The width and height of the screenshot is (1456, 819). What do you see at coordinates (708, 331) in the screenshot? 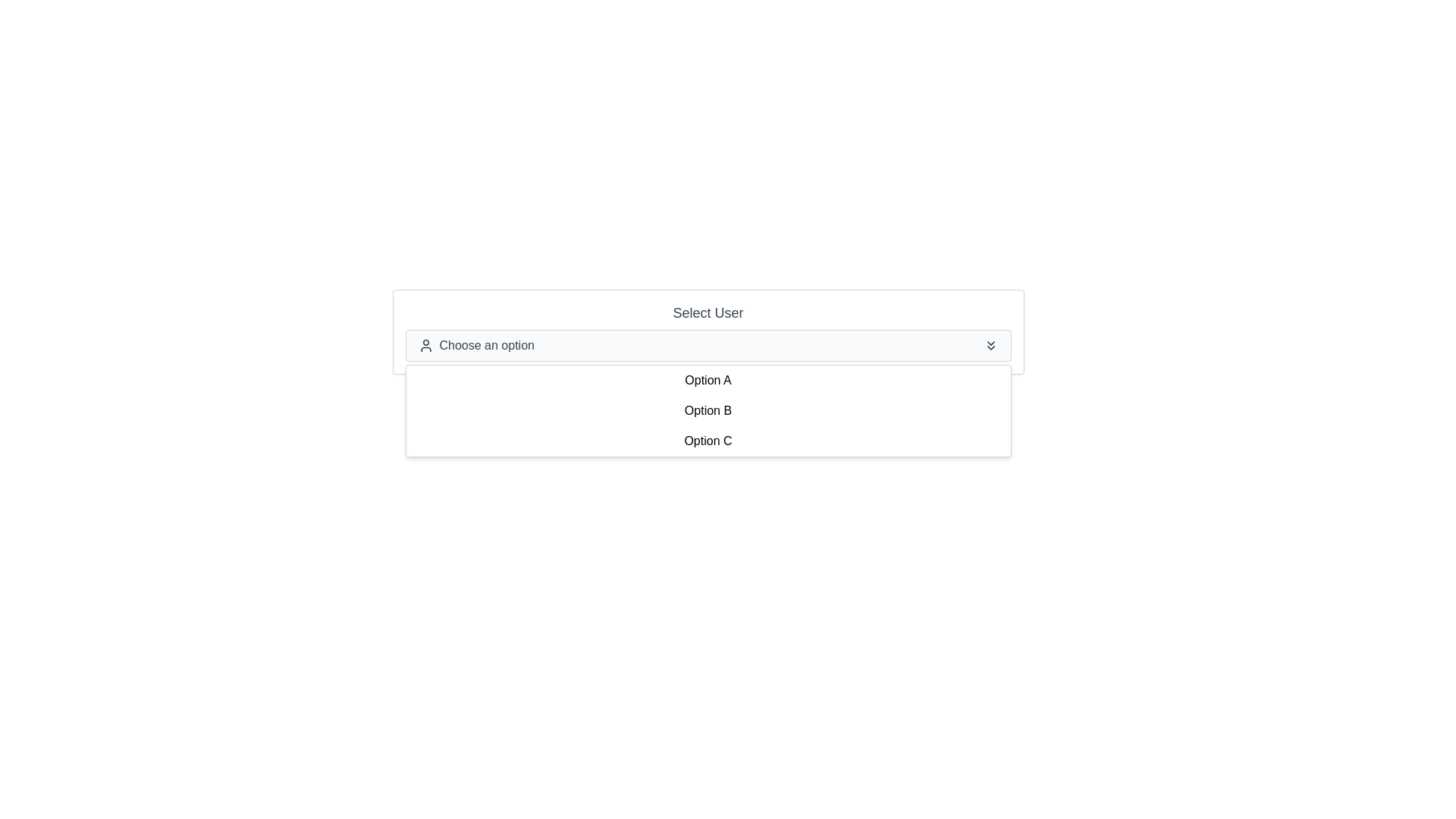
I see `the dropdown menu labeled 'Select User'` at bounding box center [708, 331].